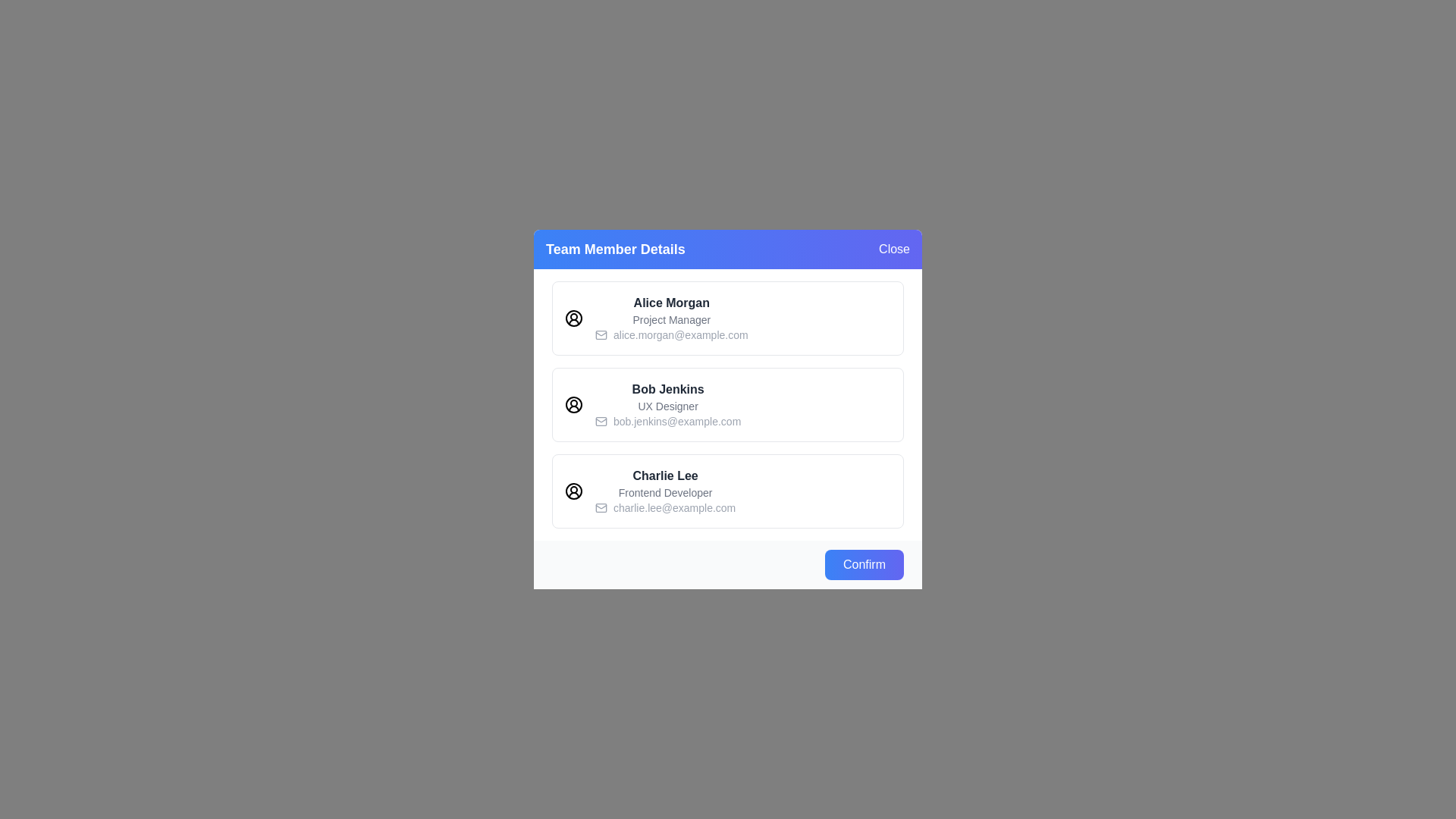  What do you see at coordinates (667, 421) in the screenshot?
I see `the Text label with icon that presents the email address associated with Bob Jenkins, located below the job title 'UX Designer'` at bounding box center [667, 421].